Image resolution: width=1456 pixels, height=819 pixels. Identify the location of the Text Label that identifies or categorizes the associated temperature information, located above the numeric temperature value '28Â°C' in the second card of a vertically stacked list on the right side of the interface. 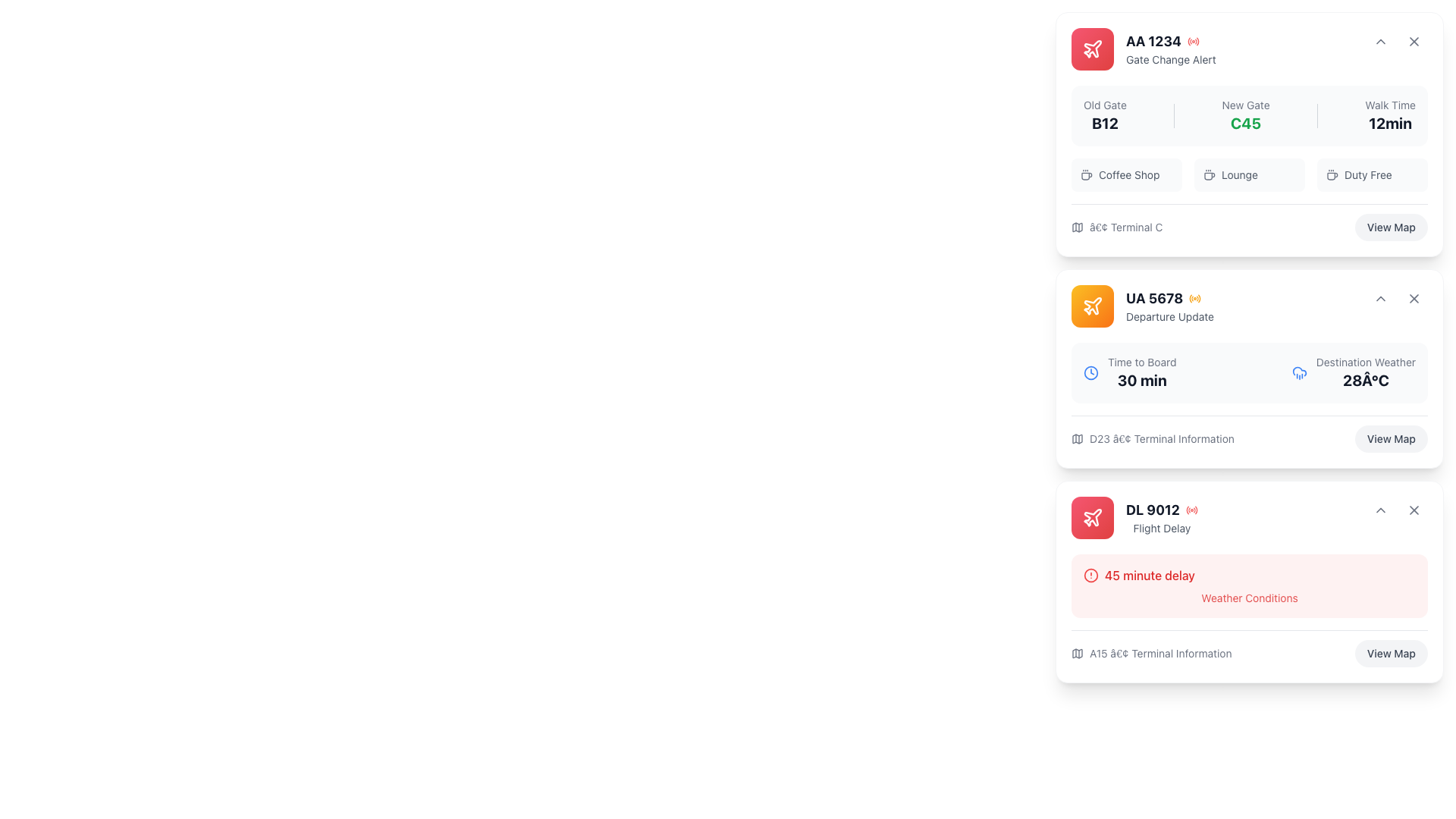
(1366, 362).